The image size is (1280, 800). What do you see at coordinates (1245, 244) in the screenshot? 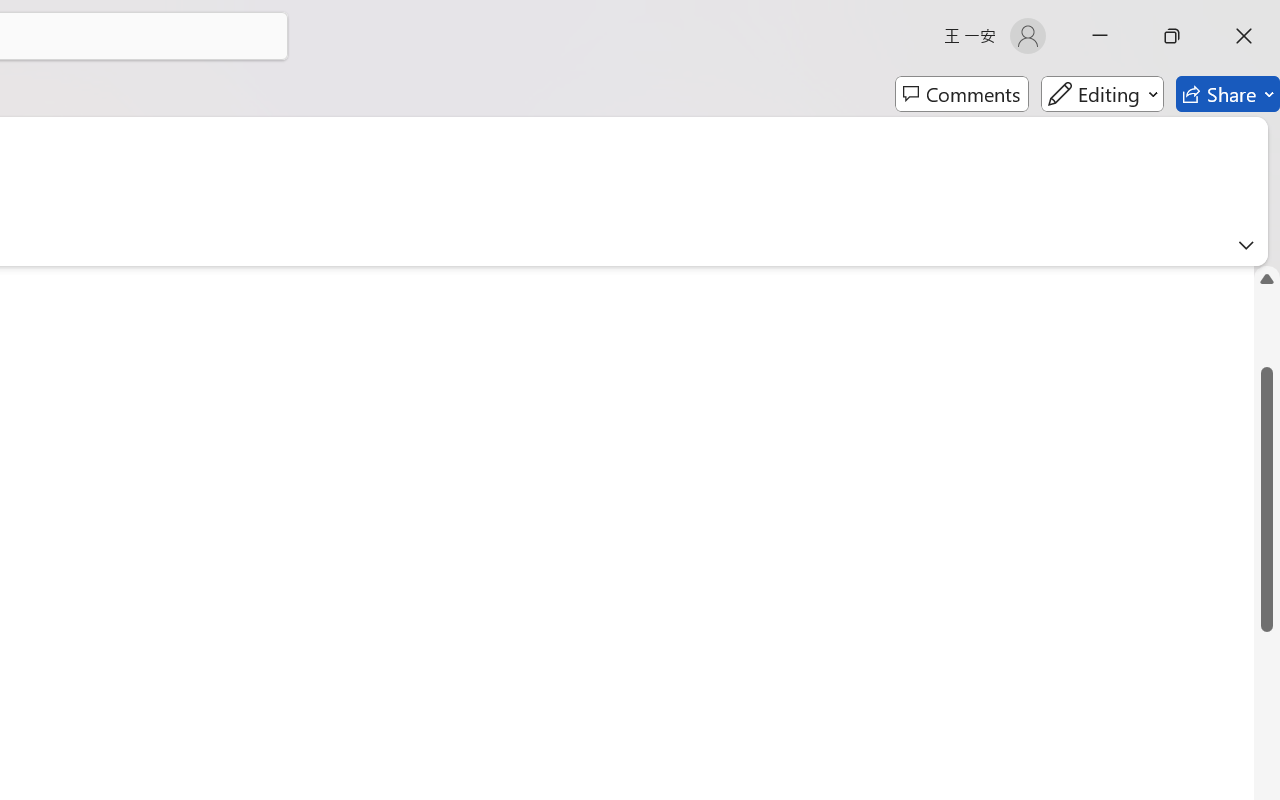
I see `'Ribbon Display Options'` at bounding box center [1245, 244].